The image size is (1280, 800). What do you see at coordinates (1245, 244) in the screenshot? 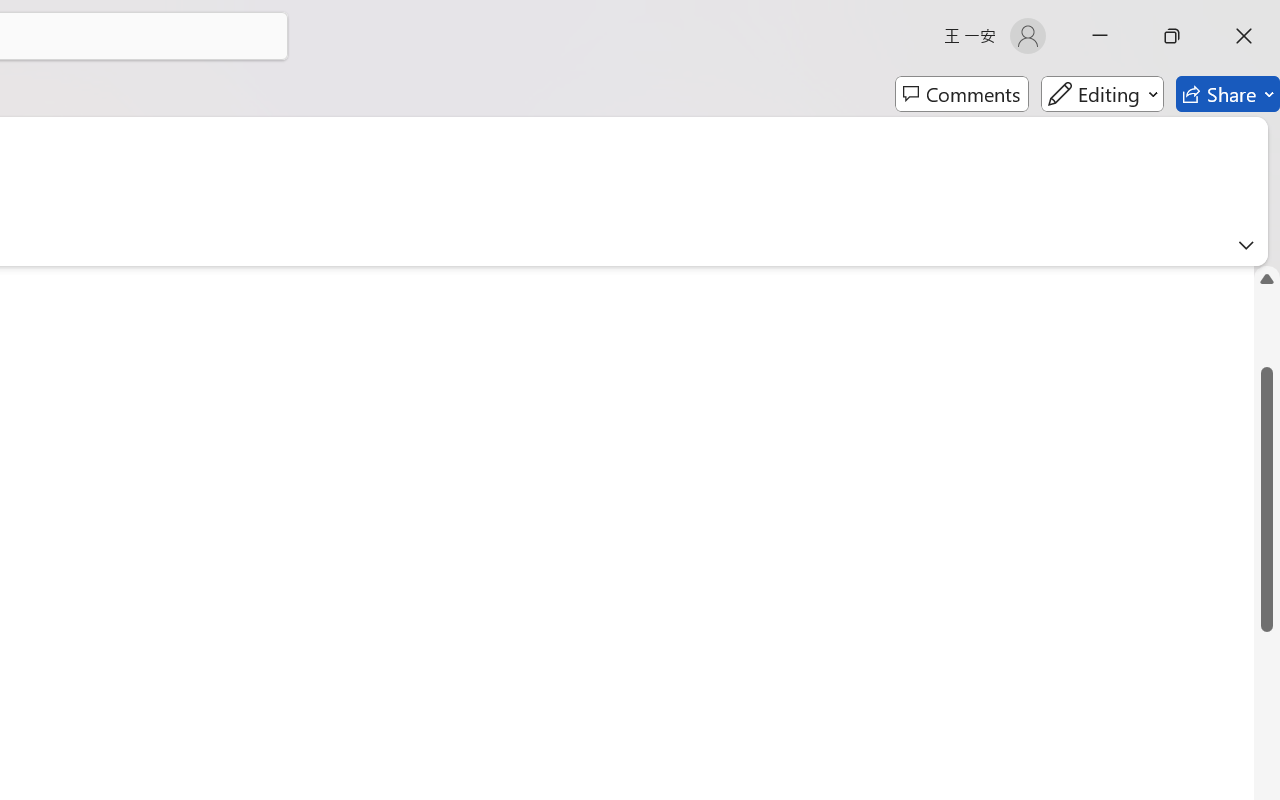
I see `'Ribbon Display Options'` at bounding box center [1245, 244].